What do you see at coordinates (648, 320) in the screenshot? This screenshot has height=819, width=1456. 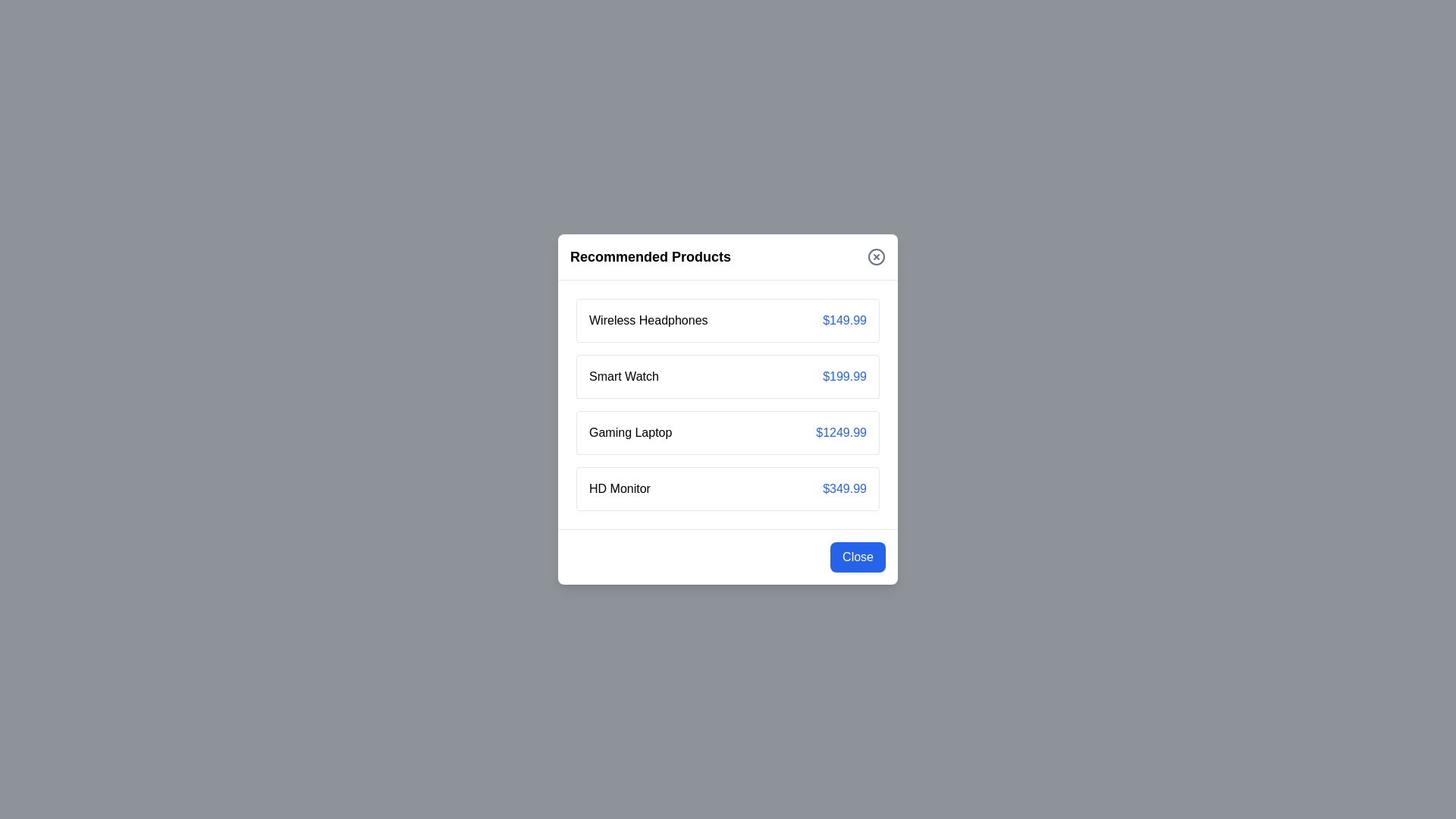 I see `the product Wireless Headphones to view its details` at bounding box center [648, 320].